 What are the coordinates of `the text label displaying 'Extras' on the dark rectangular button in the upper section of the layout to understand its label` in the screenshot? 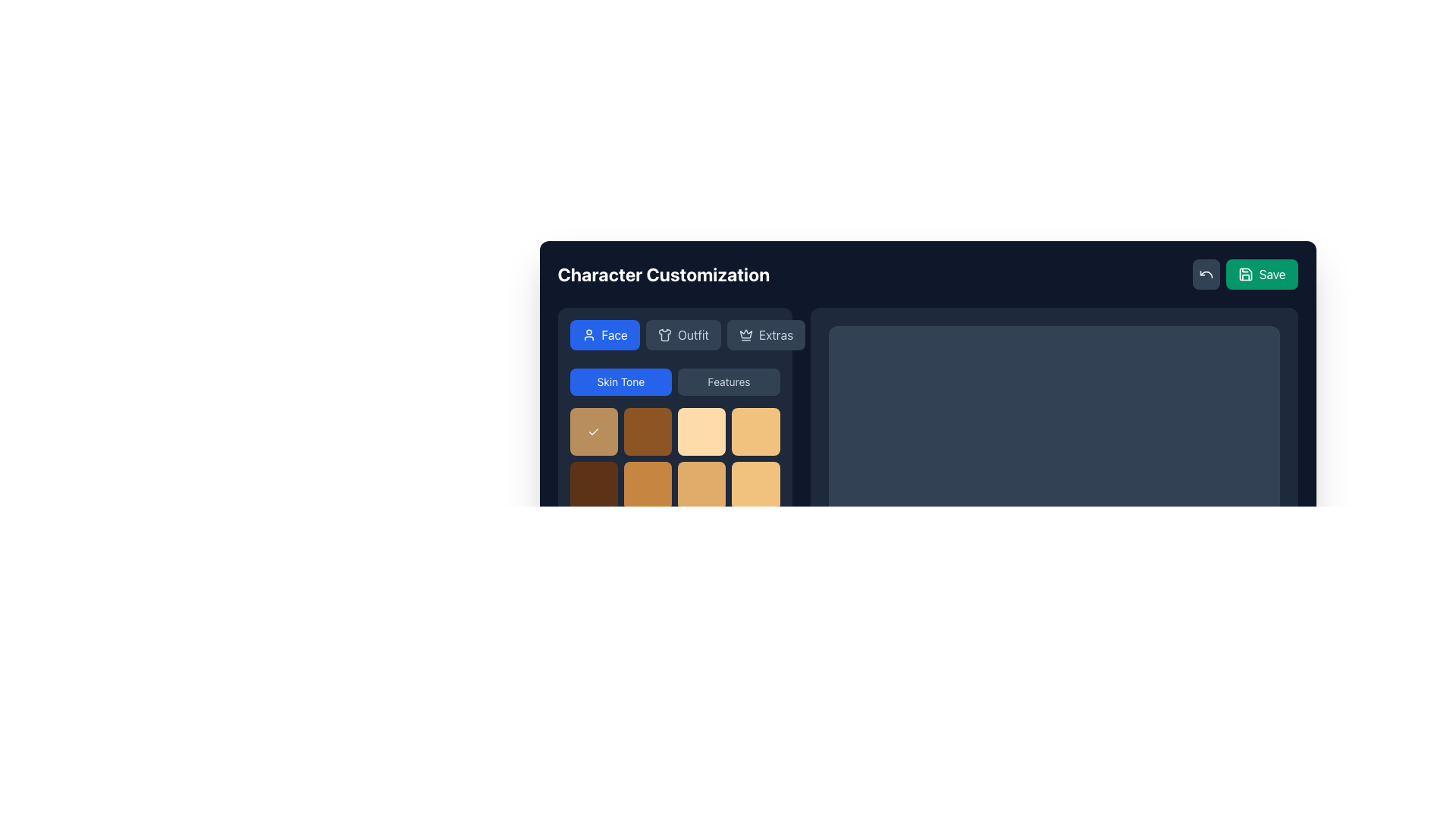 It's located at (776, 334).